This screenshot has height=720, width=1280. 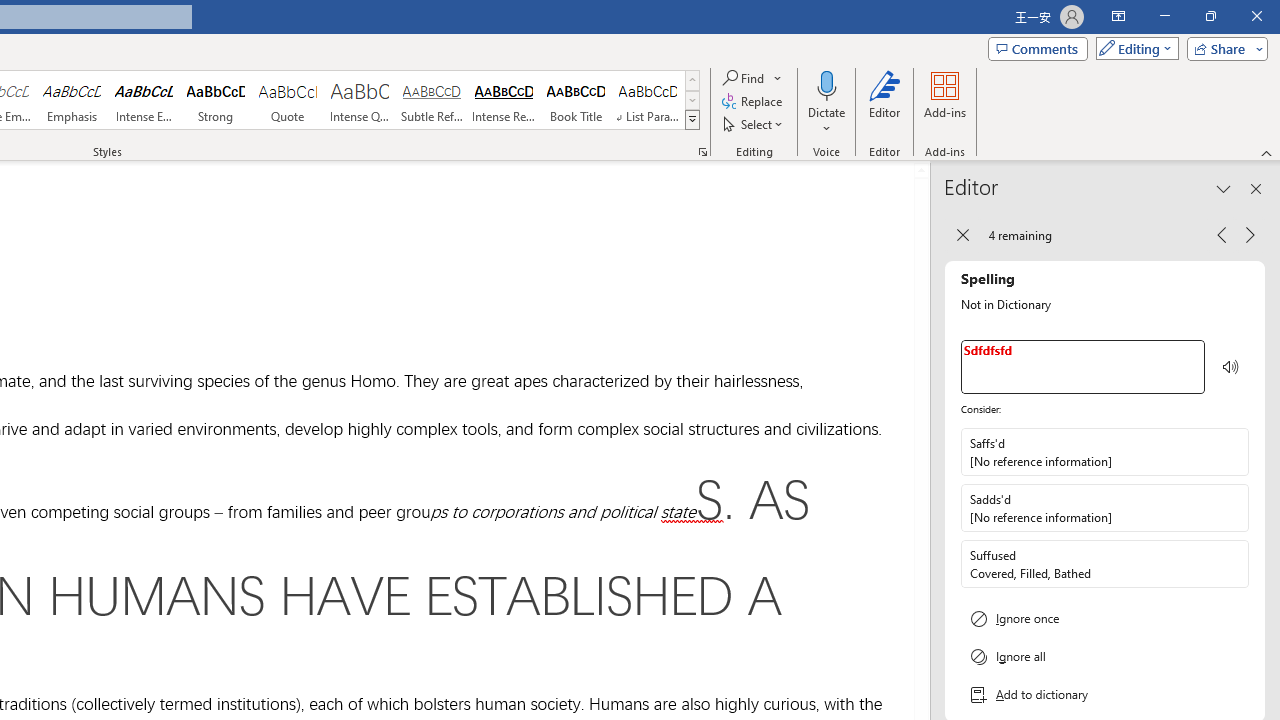 What do you see at coordinates (826, 103) in the screenshot?
I see `'Dictate'` at bounding box center [826, 103].